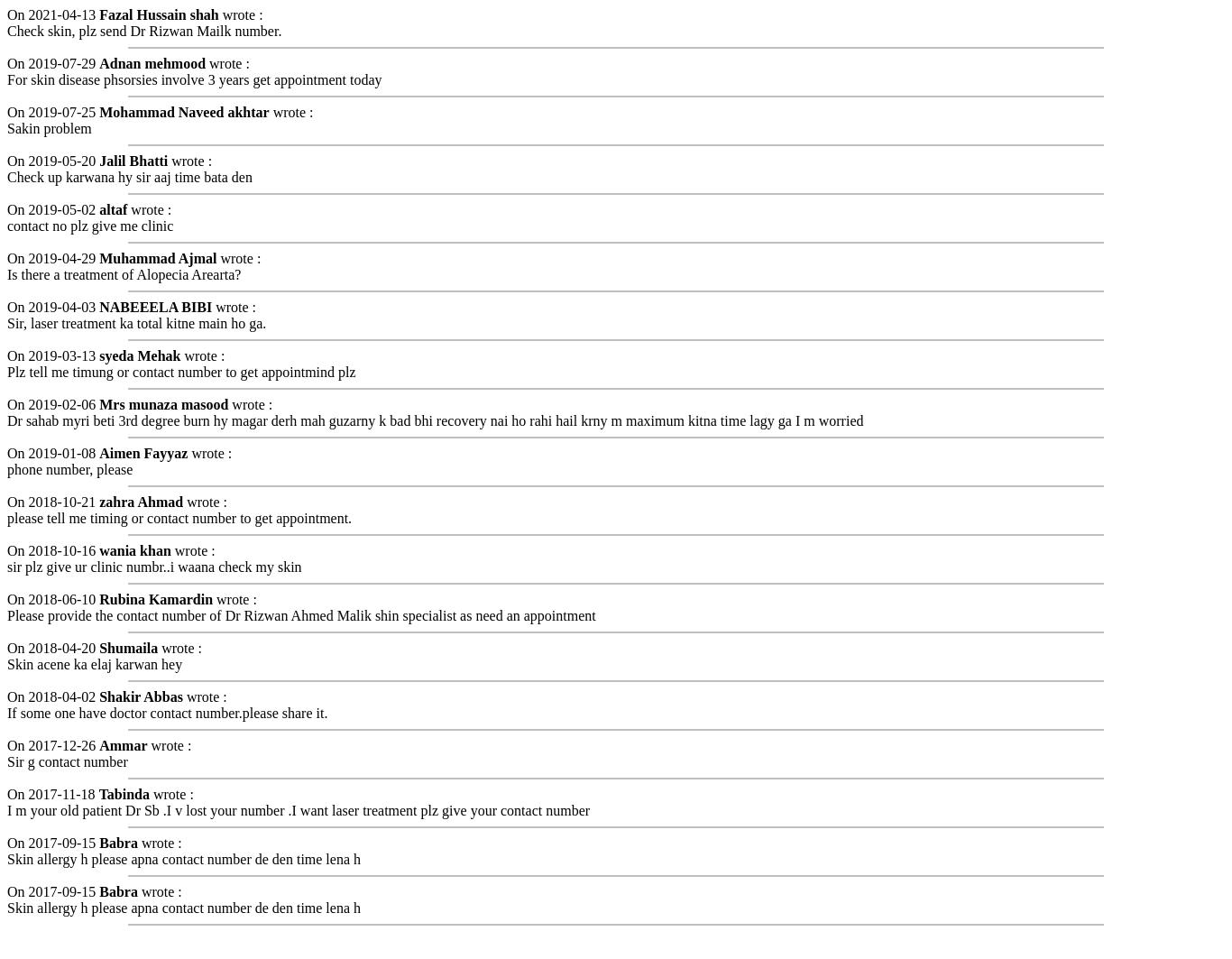  I want to click on 'Aimen Fayyaz', so click(143, 452).